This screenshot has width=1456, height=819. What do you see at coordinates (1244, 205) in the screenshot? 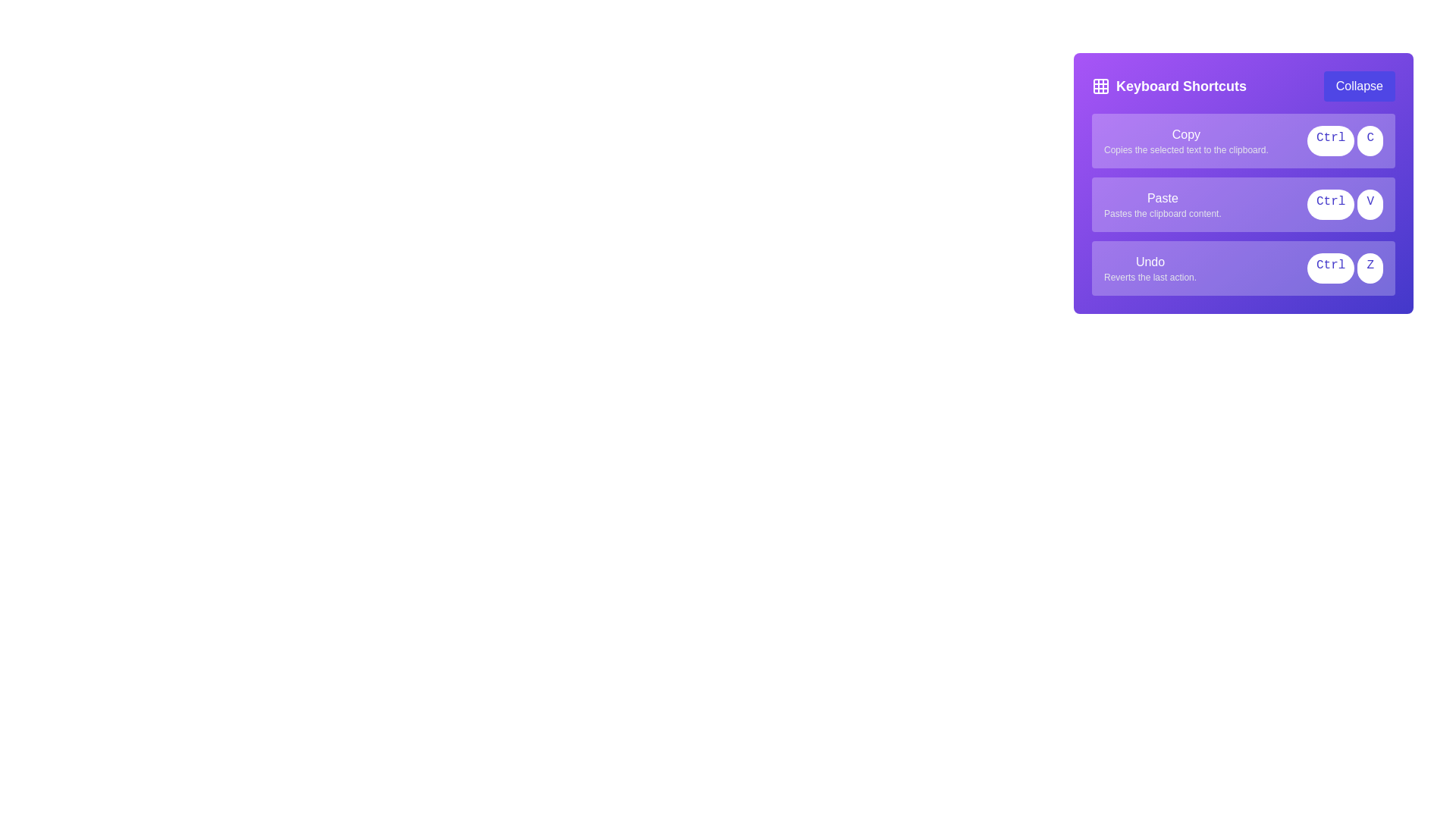
I see `description of the informational card labeled 'Paste' which contains the phrase 'Pastes the clipboard content.' and is positioned within the 'Keyboard Shortcuts' panel` at bounding box center [1244, 205].